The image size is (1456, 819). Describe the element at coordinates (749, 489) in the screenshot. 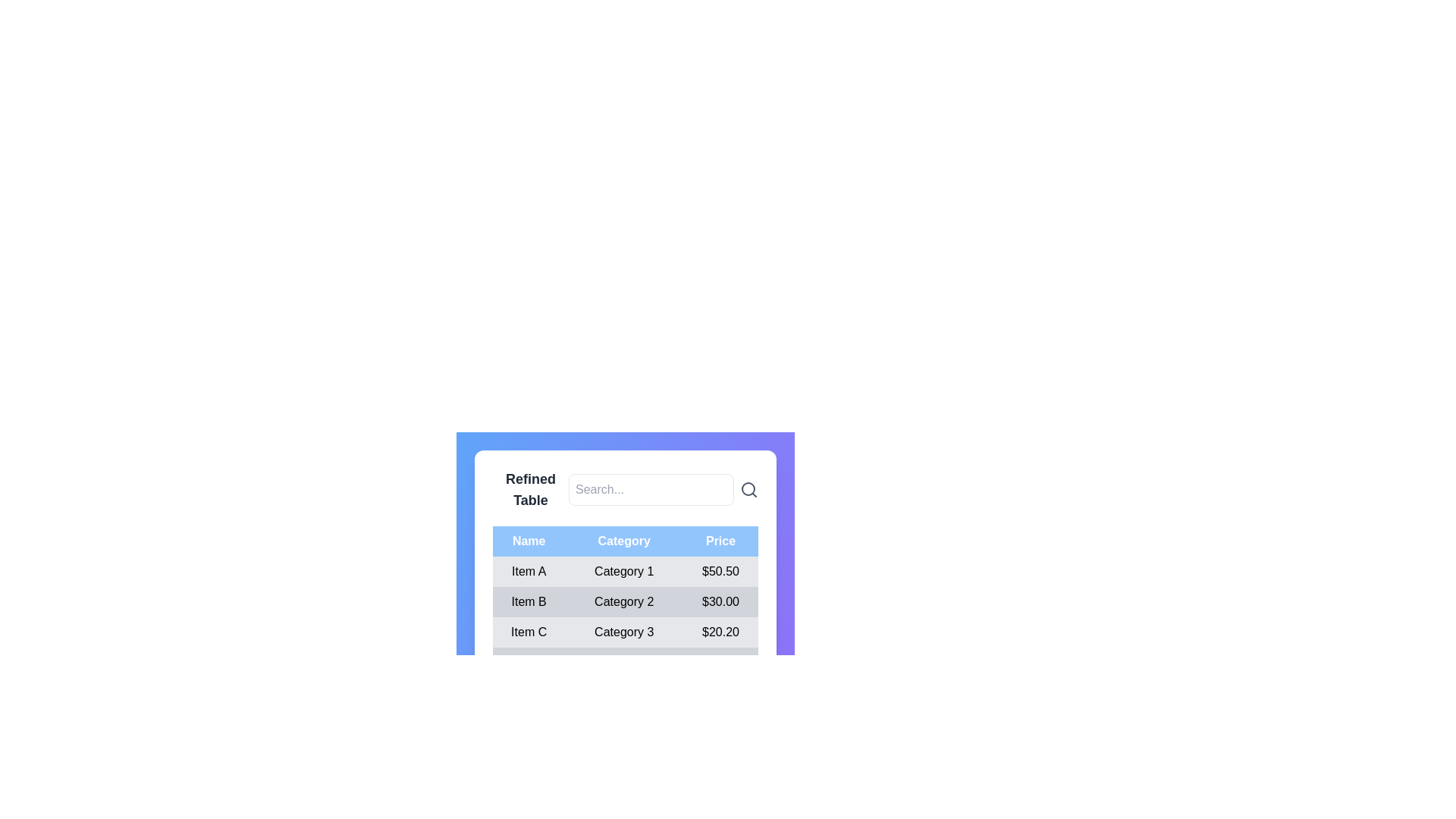

I see `the gray magnifying glass icon located at the far right of the search input field in the header of the refined table section, which indicates search functionality` at that location.